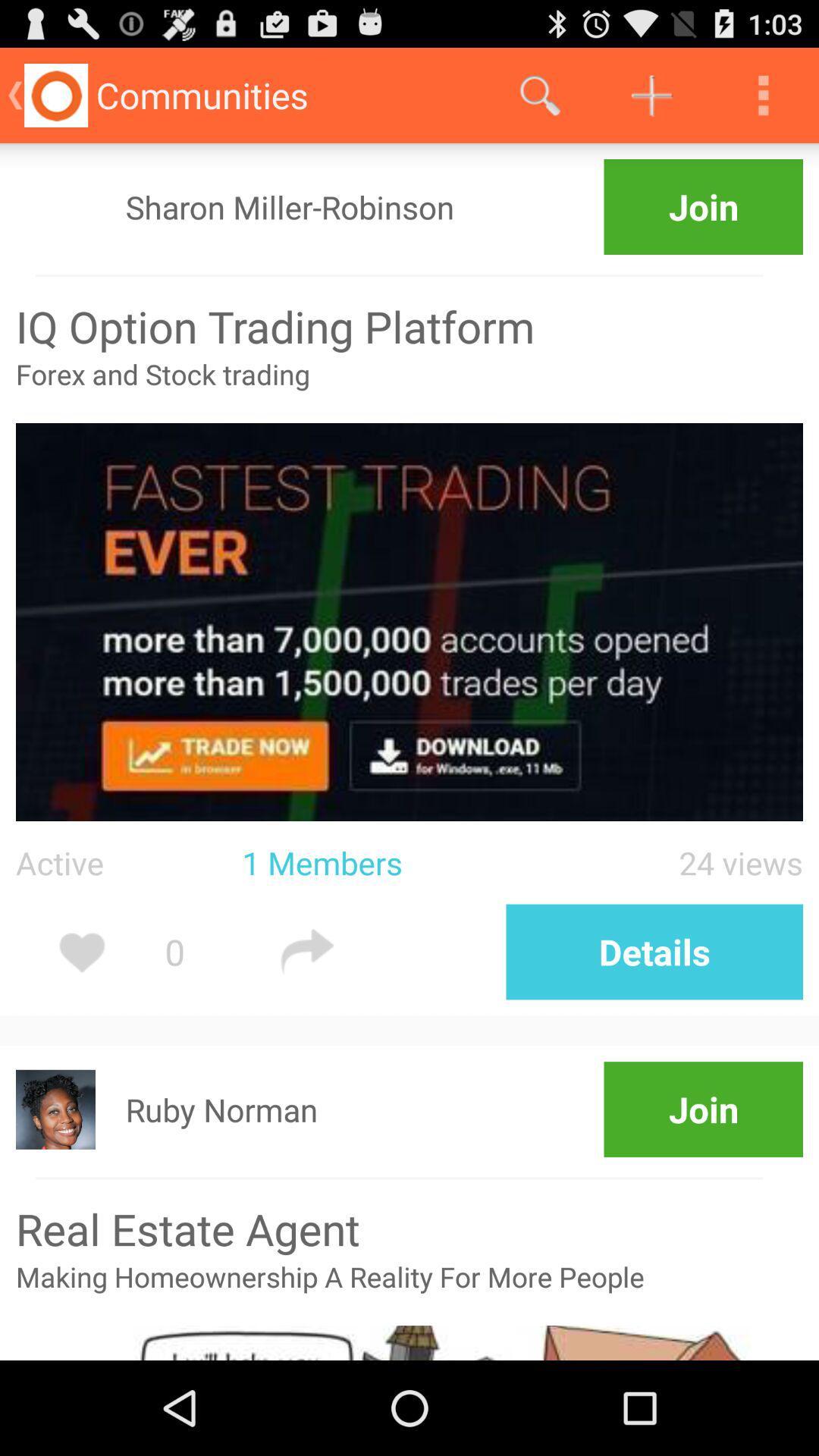 Image resolution: width=819 pixels, height=1456 pixels. What do you see at coordinates (671, 862) in the screenshot?
I see `icon above the details icon` at bounding box center [671, 862].